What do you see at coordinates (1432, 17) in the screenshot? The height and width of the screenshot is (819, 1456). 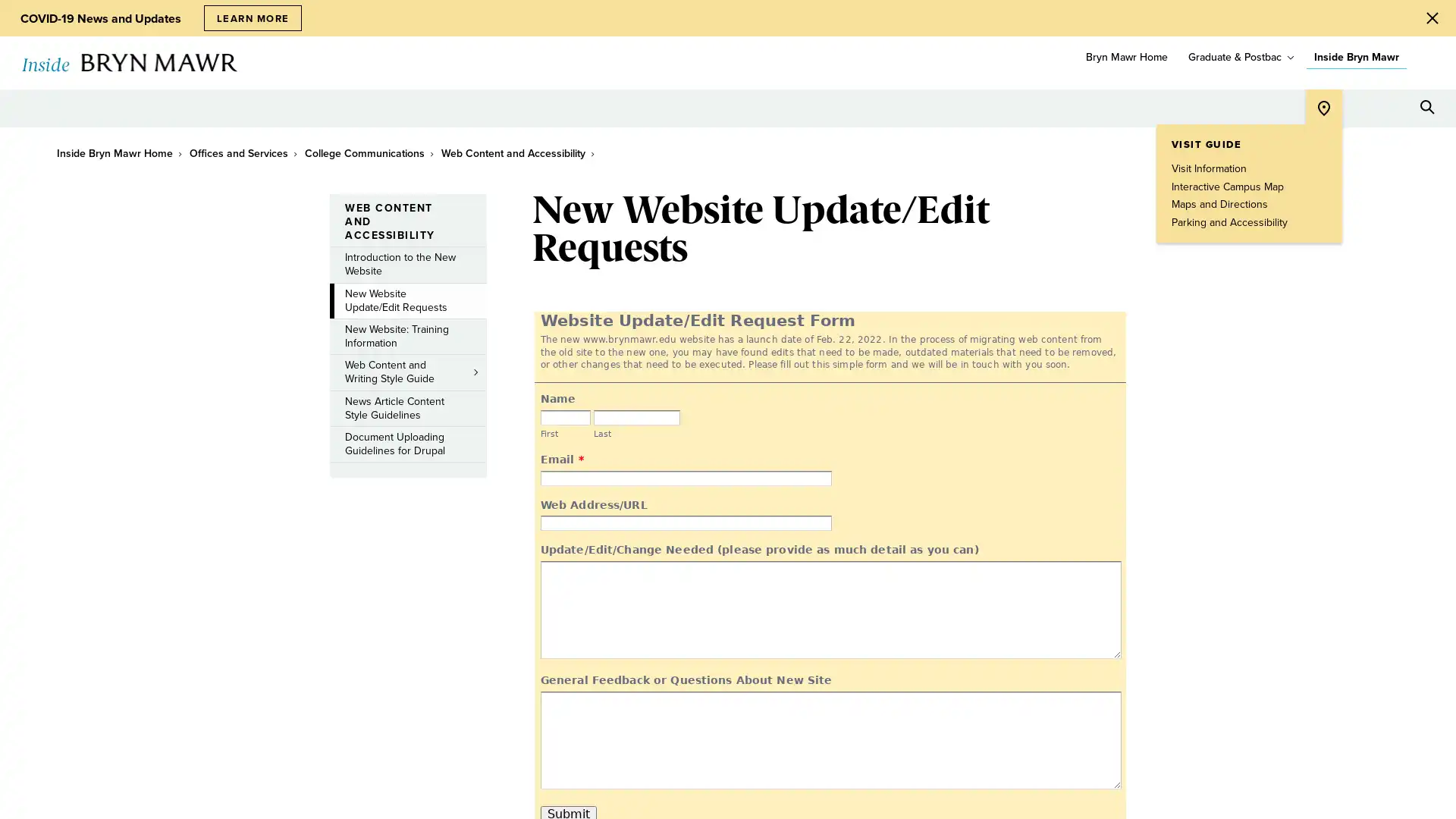 I see `Close Alert` at bounding box center [1432, 17].